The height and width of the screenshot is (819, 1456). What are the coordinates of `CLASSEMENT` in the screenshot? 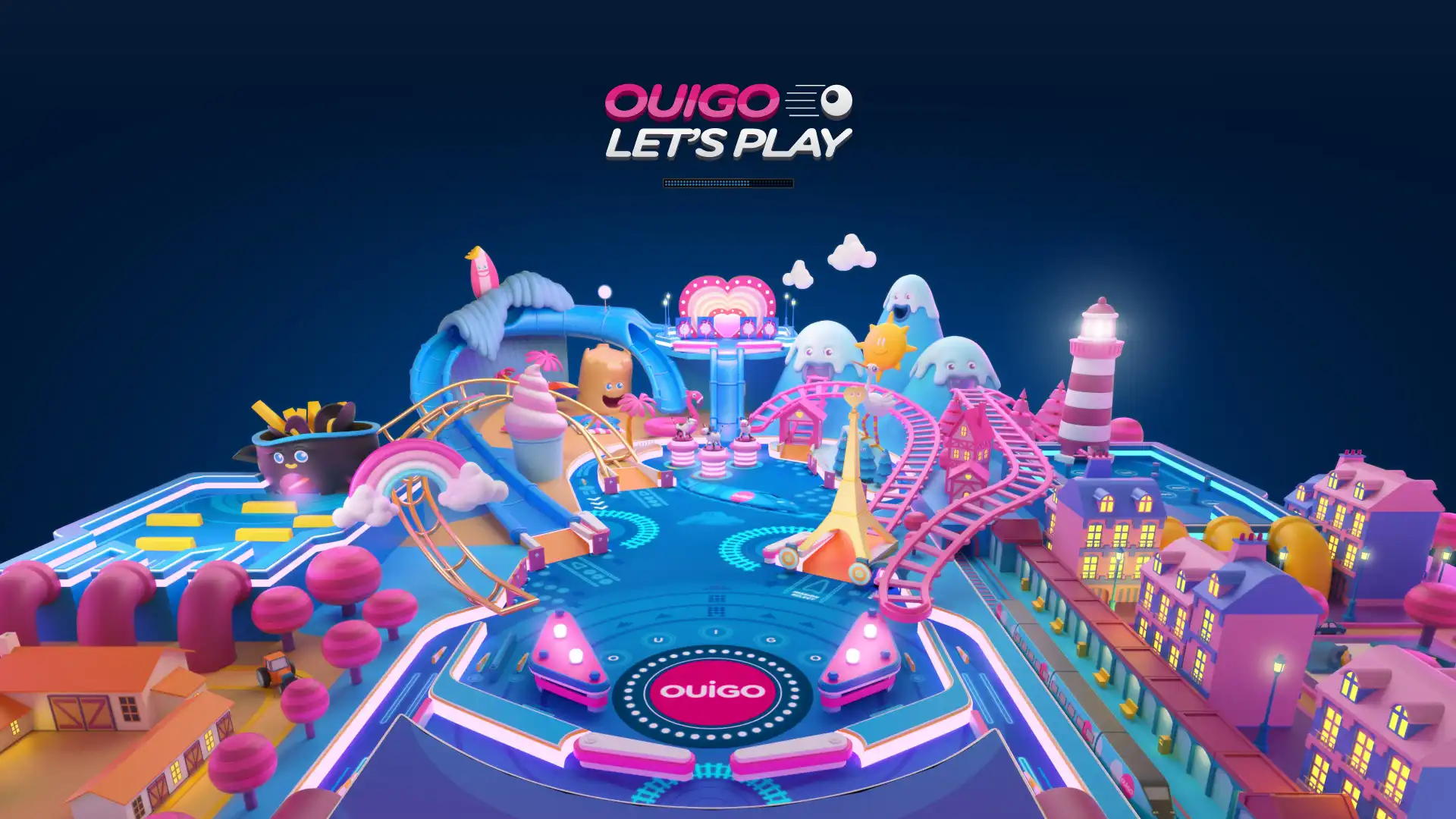 It's located at (728, 796).